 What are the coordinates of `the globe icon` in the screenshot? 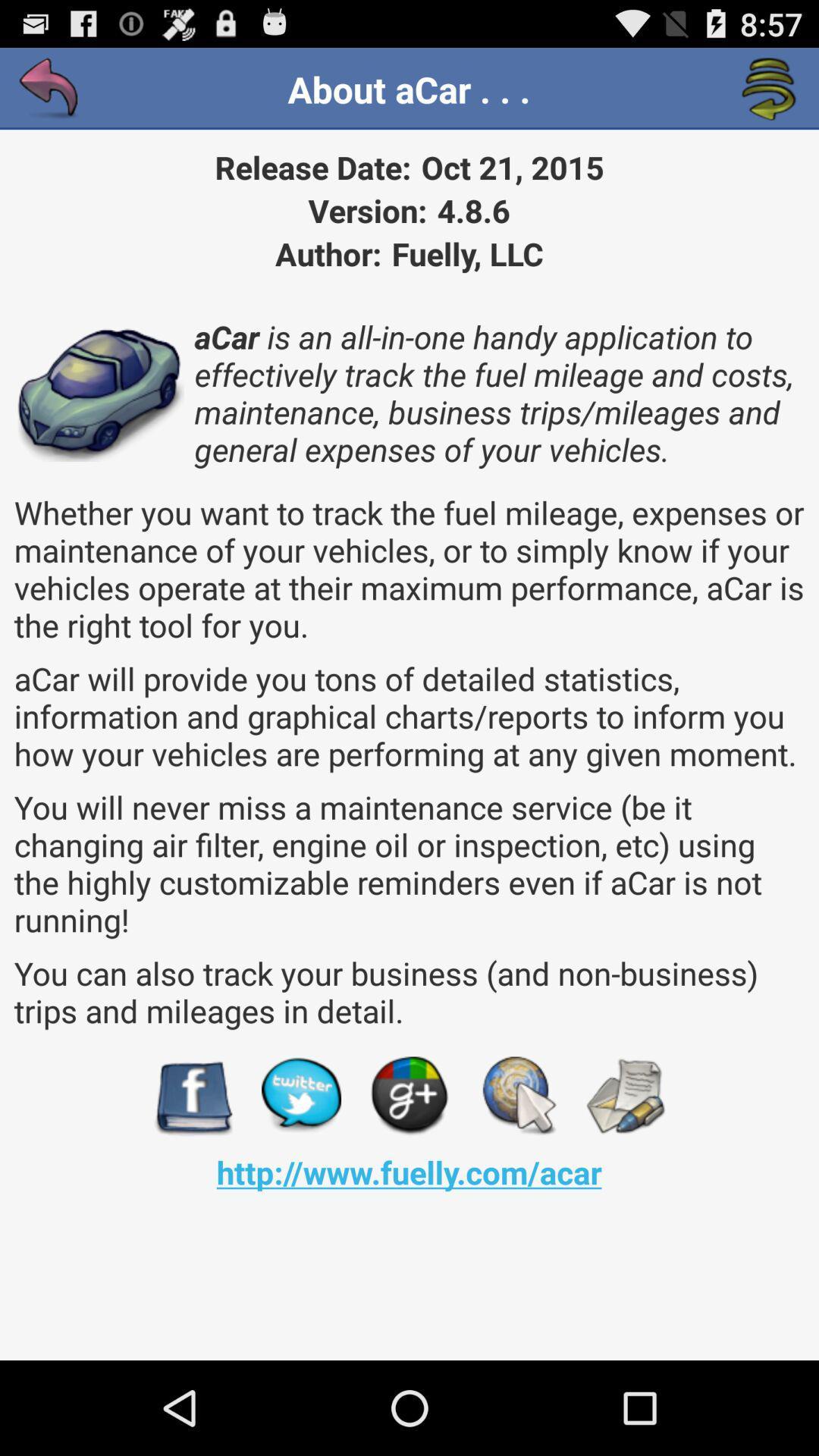 It's located at (516, 1172).